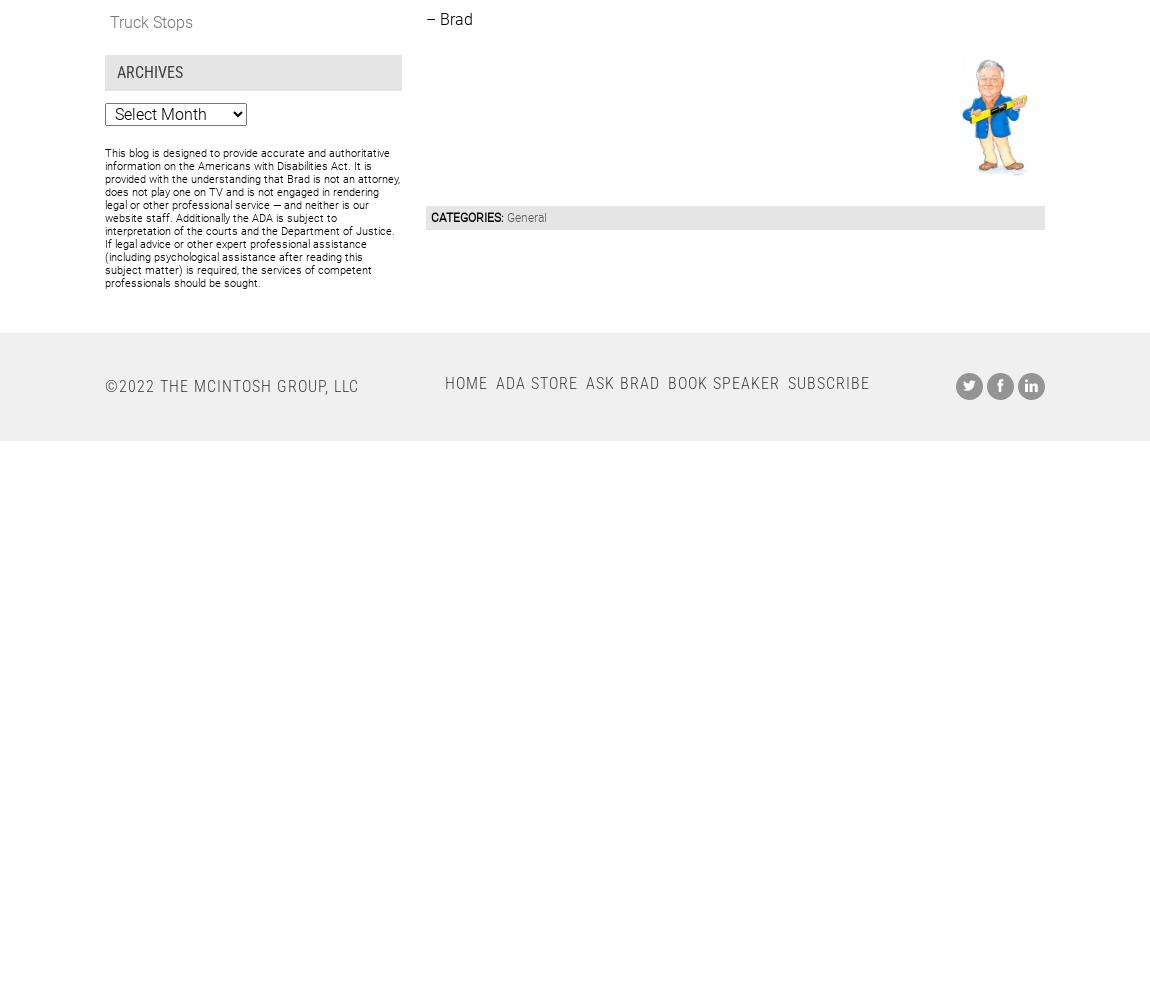  Describe the element at coordinates (230, 385) in the screenshot. I see `'©2022 THE MCINTOSH GROUP, LLC'` at that location.